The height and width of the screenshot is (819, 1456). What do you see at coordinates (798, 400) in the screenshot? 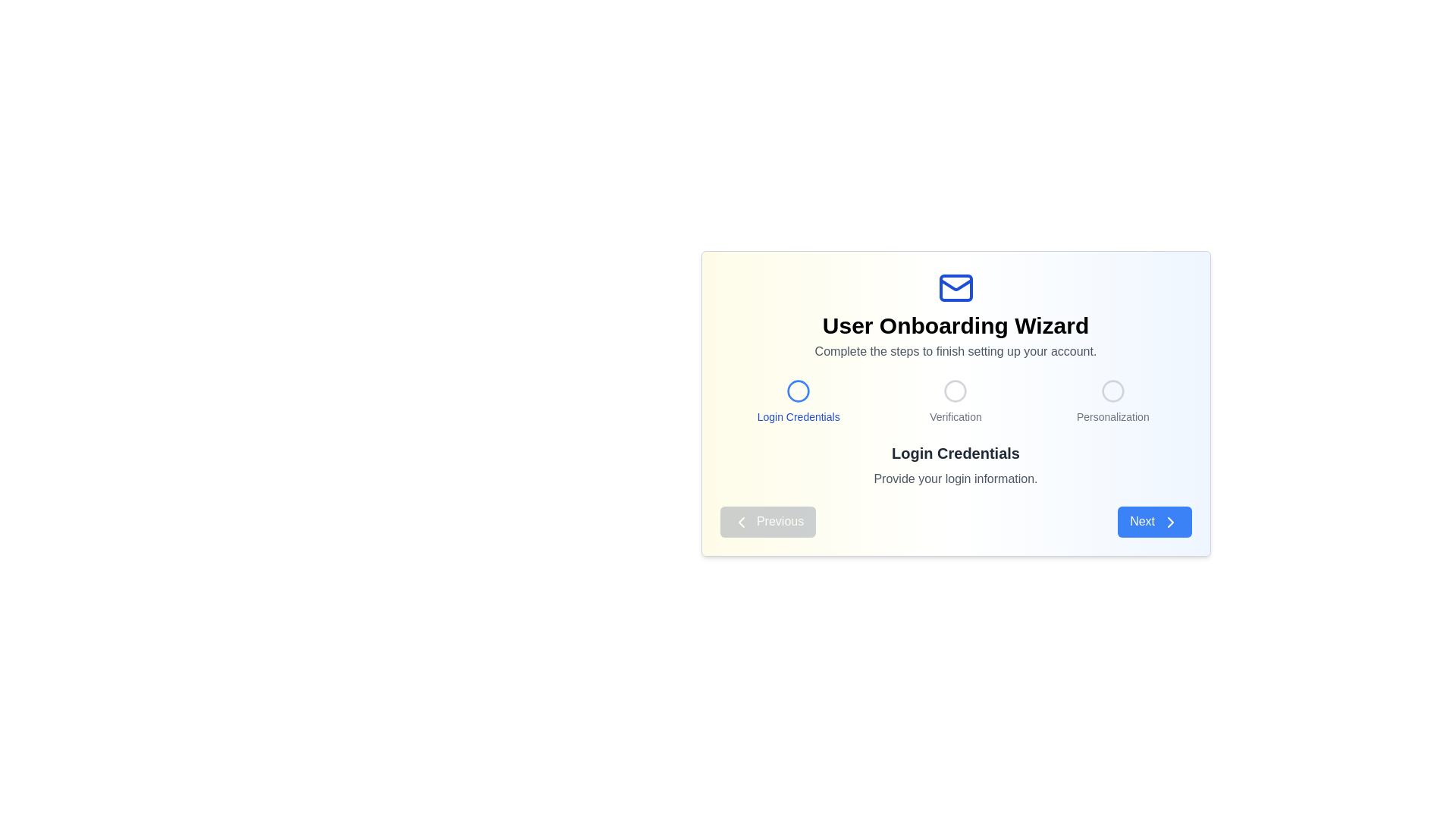
I see `label of the blue circular icon with the bold text label 'Login Credentials', which is the leftmost step in the wizard sequence` at bounding box center [798, 400].